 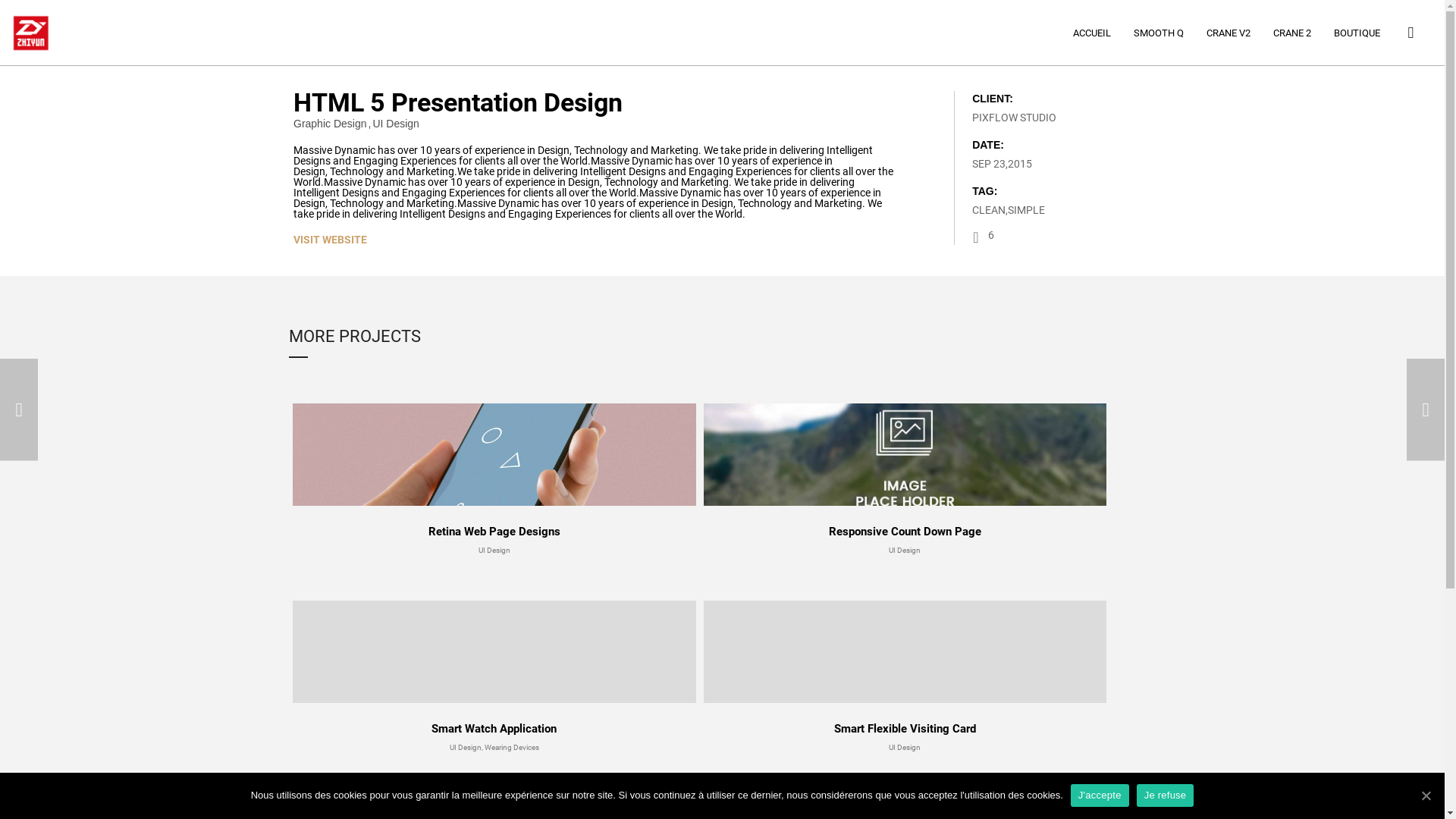 I want to click on 'J'accepte', so click(x=1100, y=795).